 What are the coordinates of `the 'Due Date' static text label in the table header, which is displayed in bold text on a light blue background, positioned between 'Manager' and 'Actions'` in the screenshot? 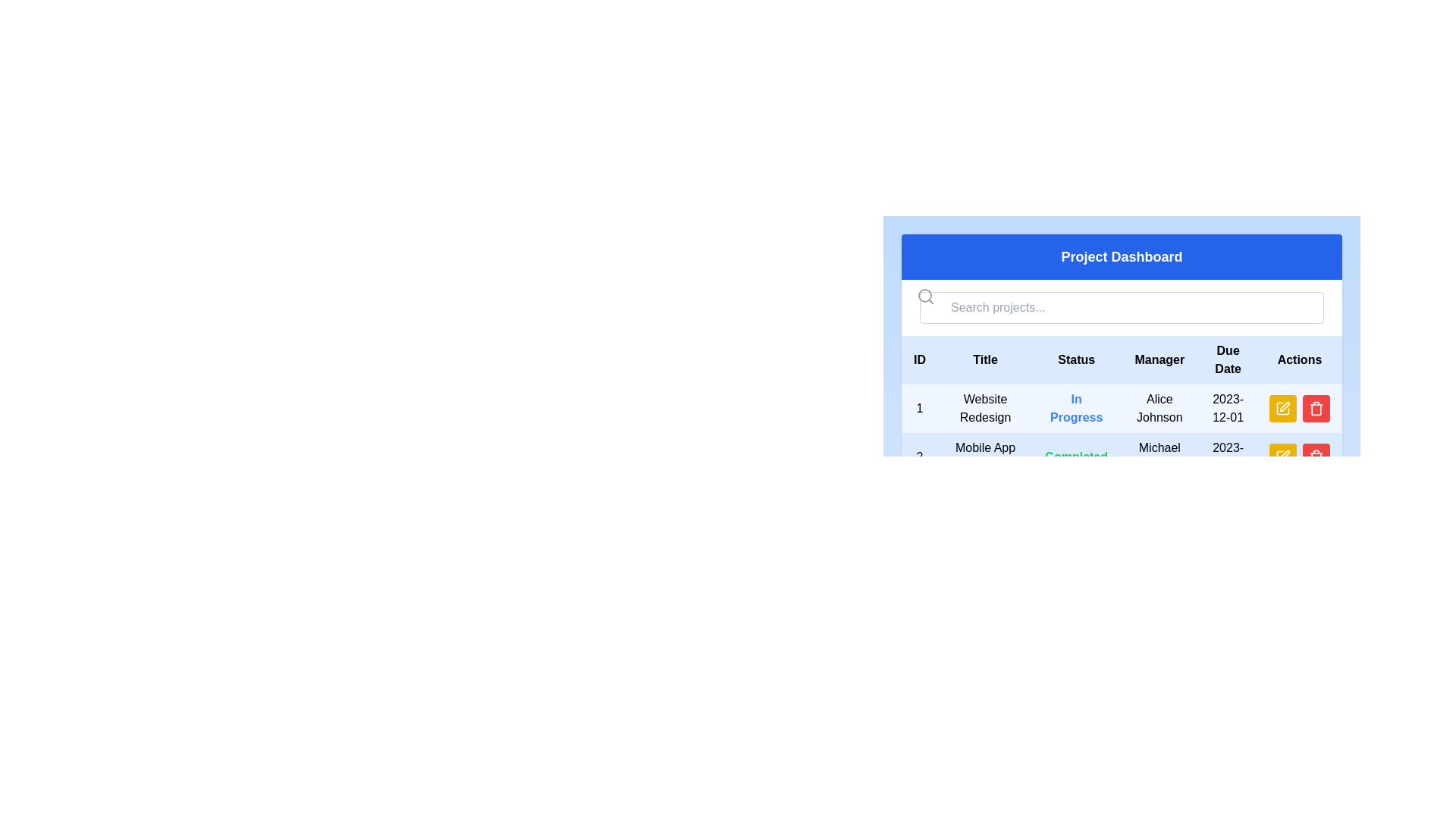 It's located at (1228, 359).